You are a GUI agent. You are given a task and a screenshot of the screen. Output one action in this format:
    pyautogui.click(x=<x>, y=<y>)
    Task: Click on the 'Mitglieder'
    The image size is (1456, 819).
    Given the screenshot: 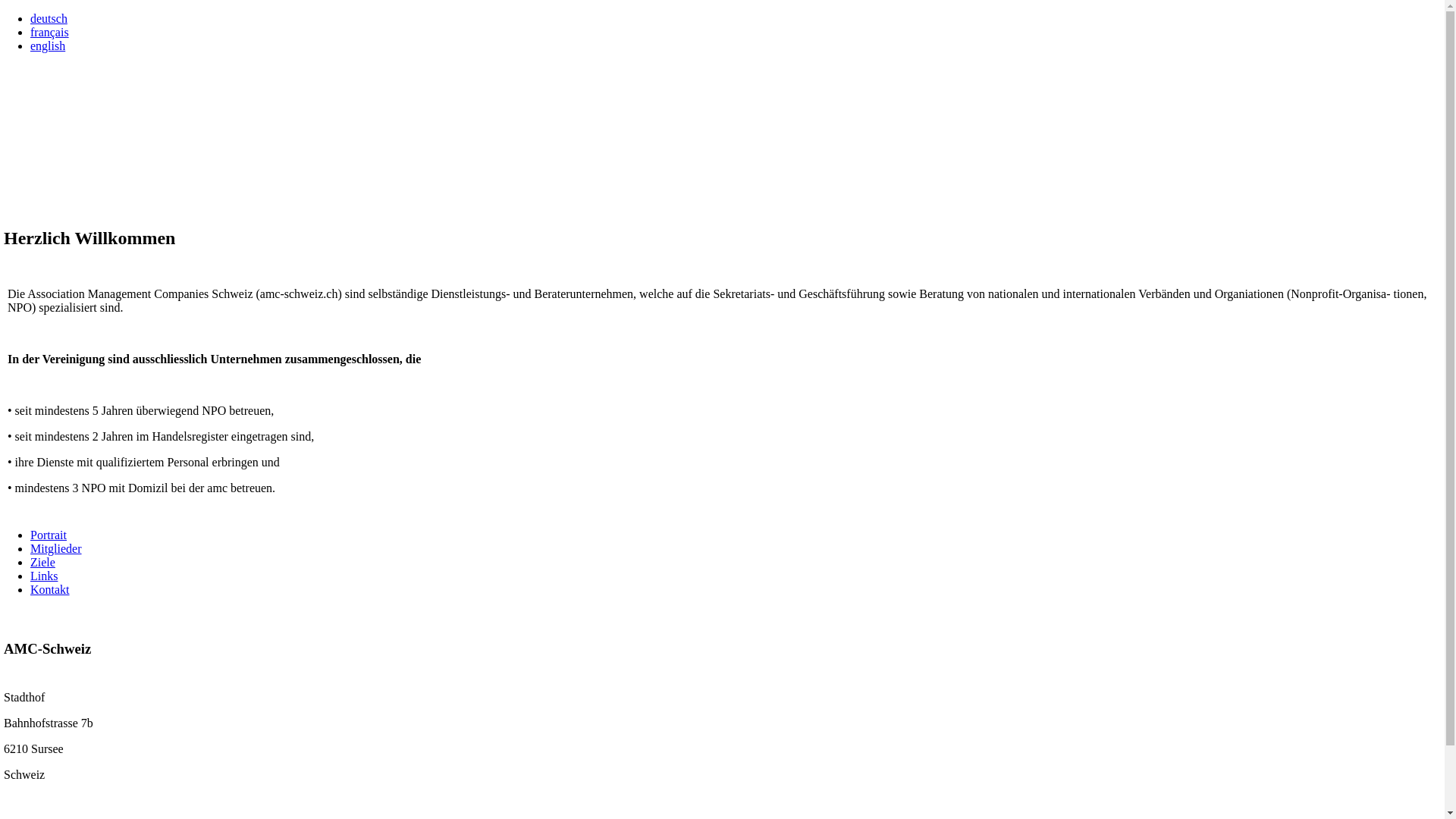 What is the action you would take?
    pyautogui.click(x=55, y=548)
    